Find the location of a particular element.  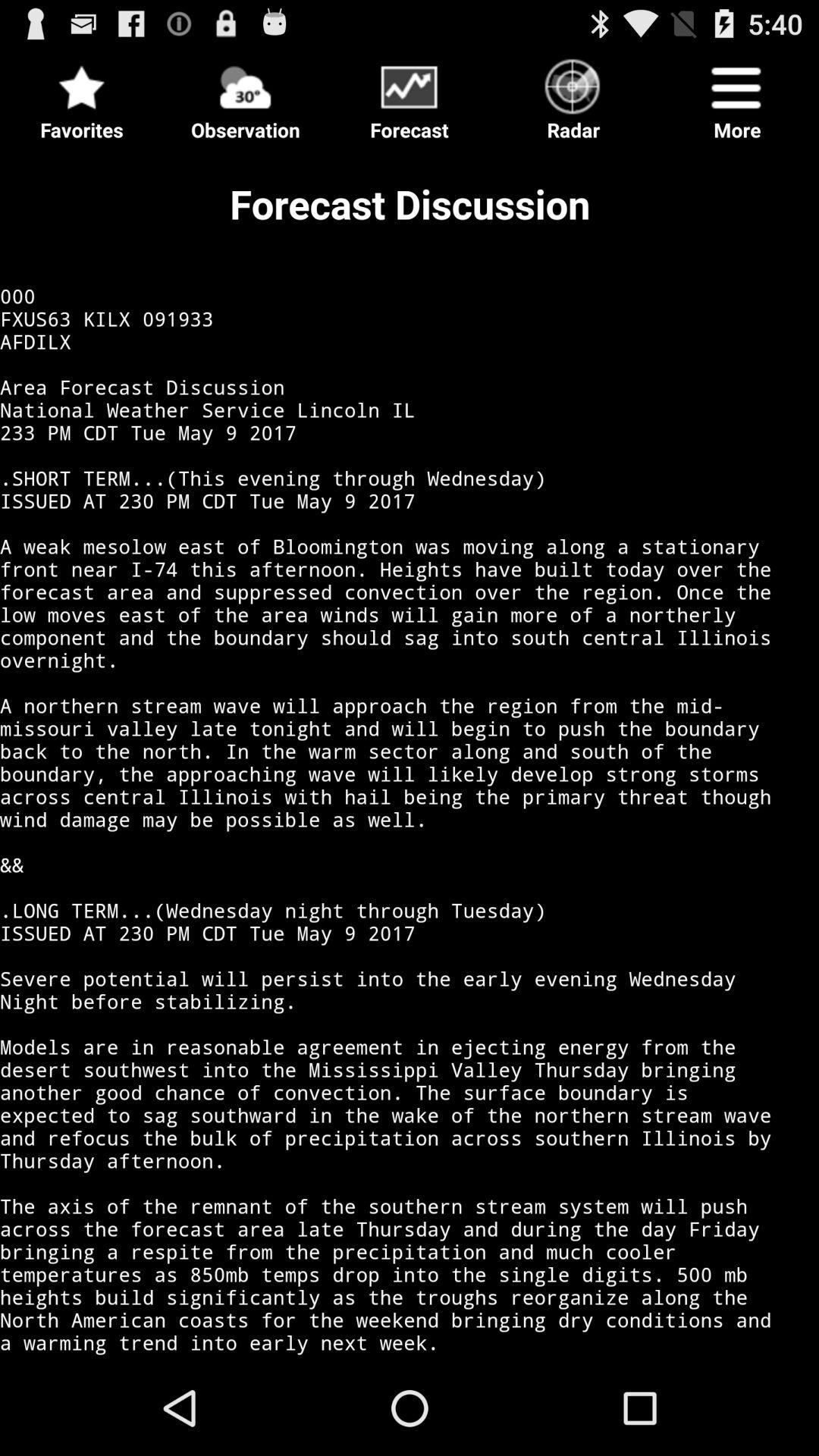

item next to the forecast icon is located at coordinates (245, 94).